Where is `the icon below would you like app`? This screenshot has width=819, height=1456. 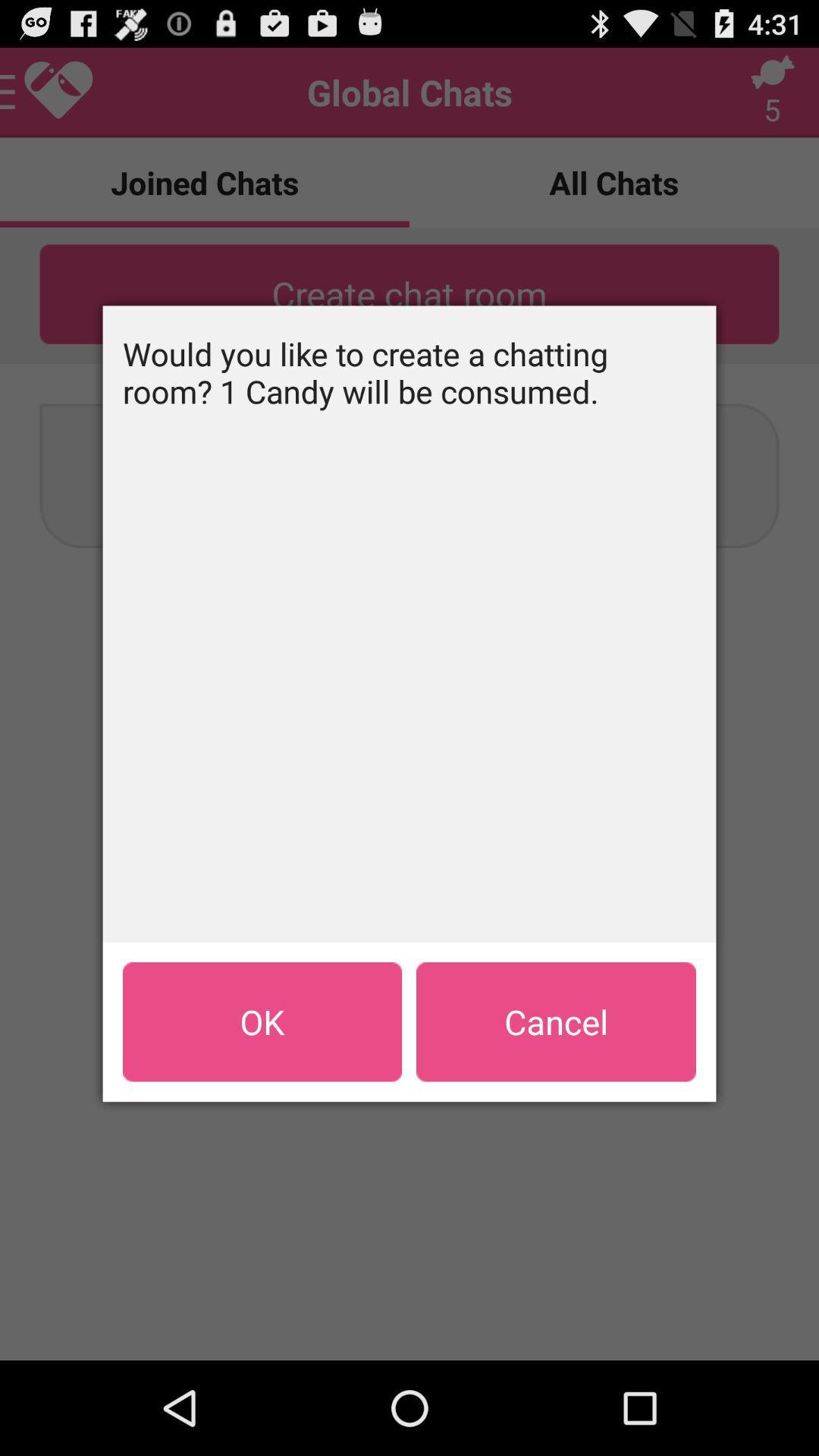
the icon below would you like app is located at coordinates (262, 1021).